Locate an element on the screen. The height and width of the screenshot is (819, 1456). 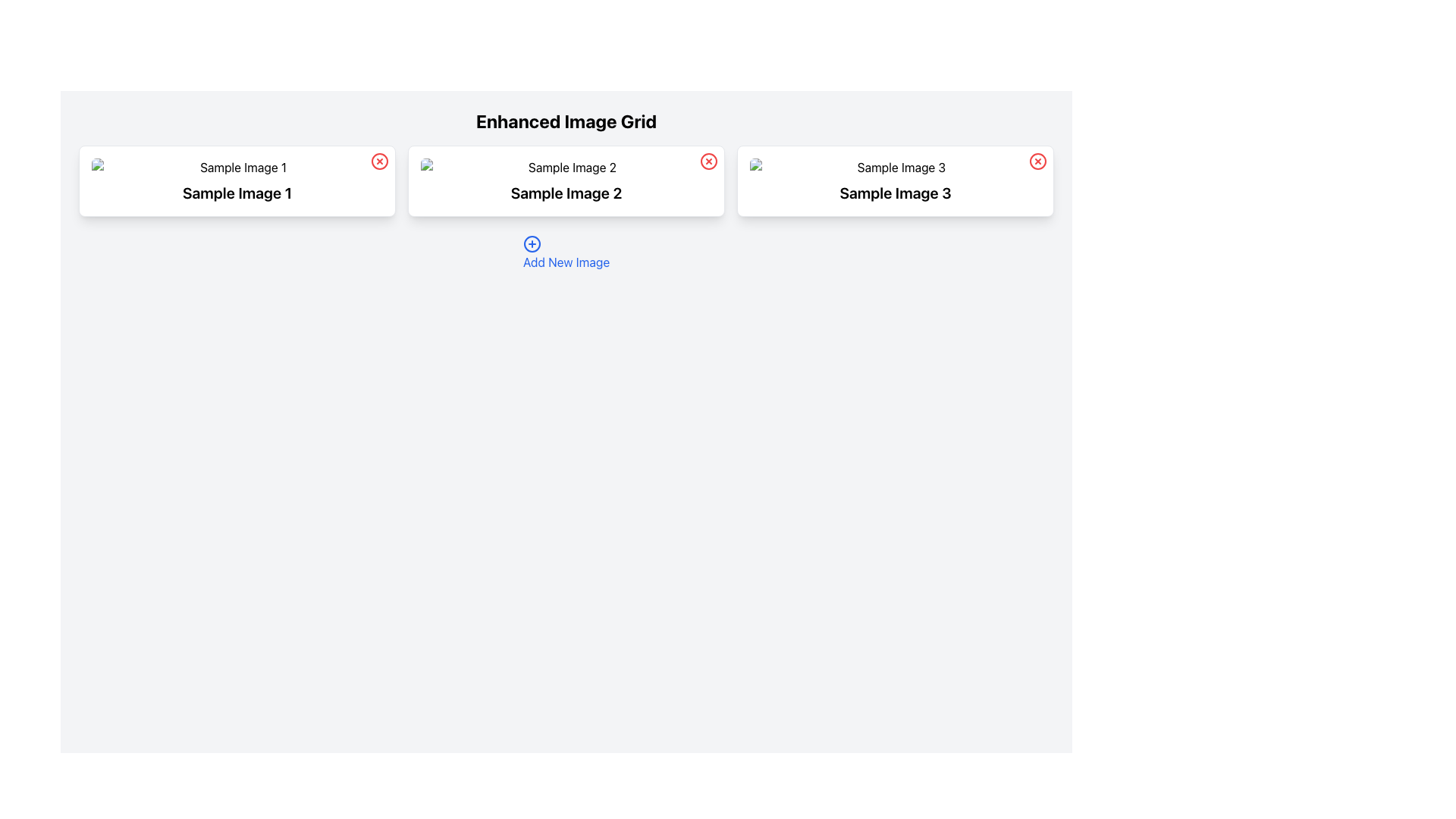
the SVG Circle element with a blue outline that is part of the plus sign icon located below the 'Add New Image' text link is located at coordinates (532, 243).